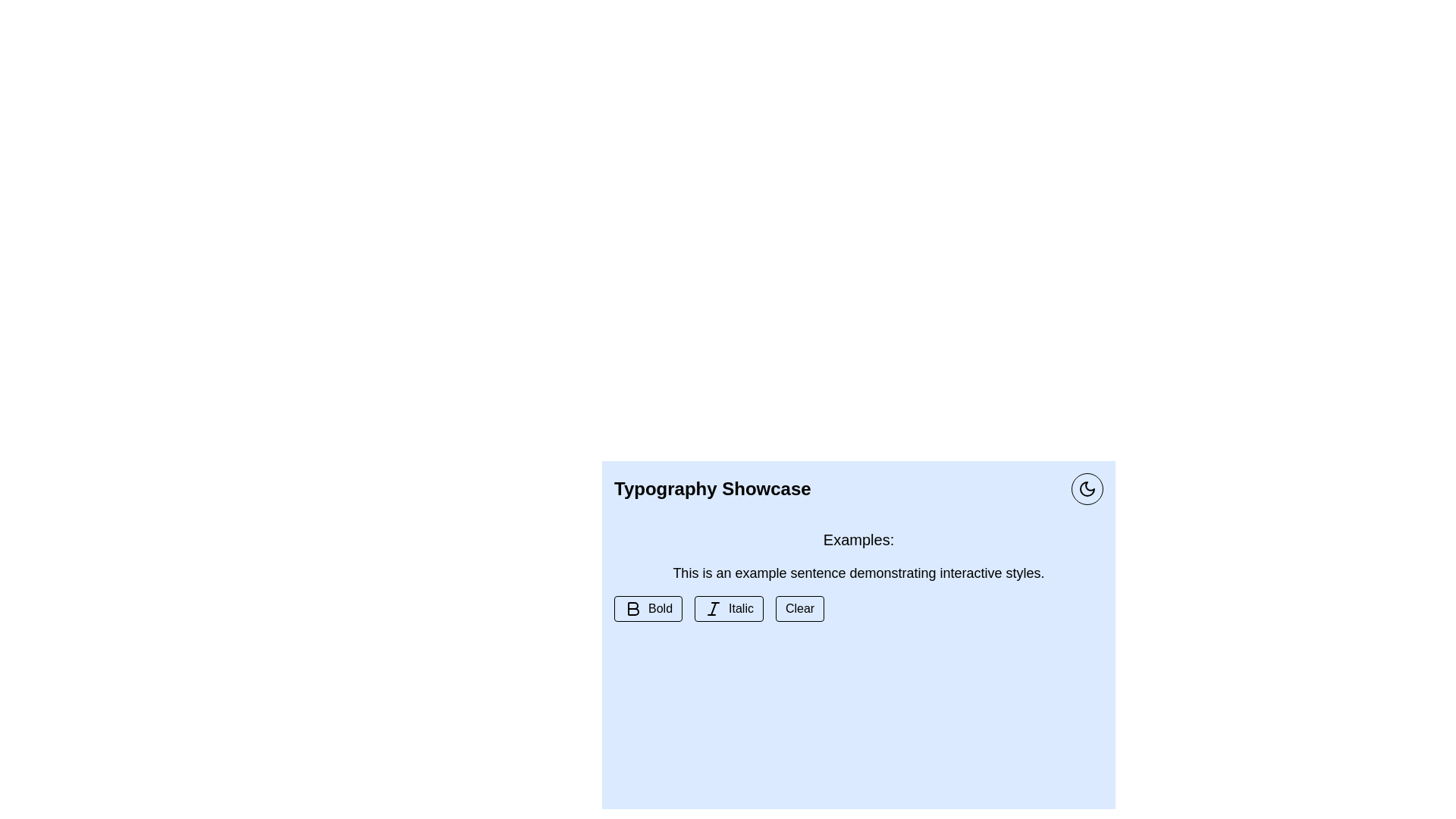 The width and height of the screenshot is (1456, 819). I want to click on the moon icon button at the top-right corner of the header section, so click(1087, 488).